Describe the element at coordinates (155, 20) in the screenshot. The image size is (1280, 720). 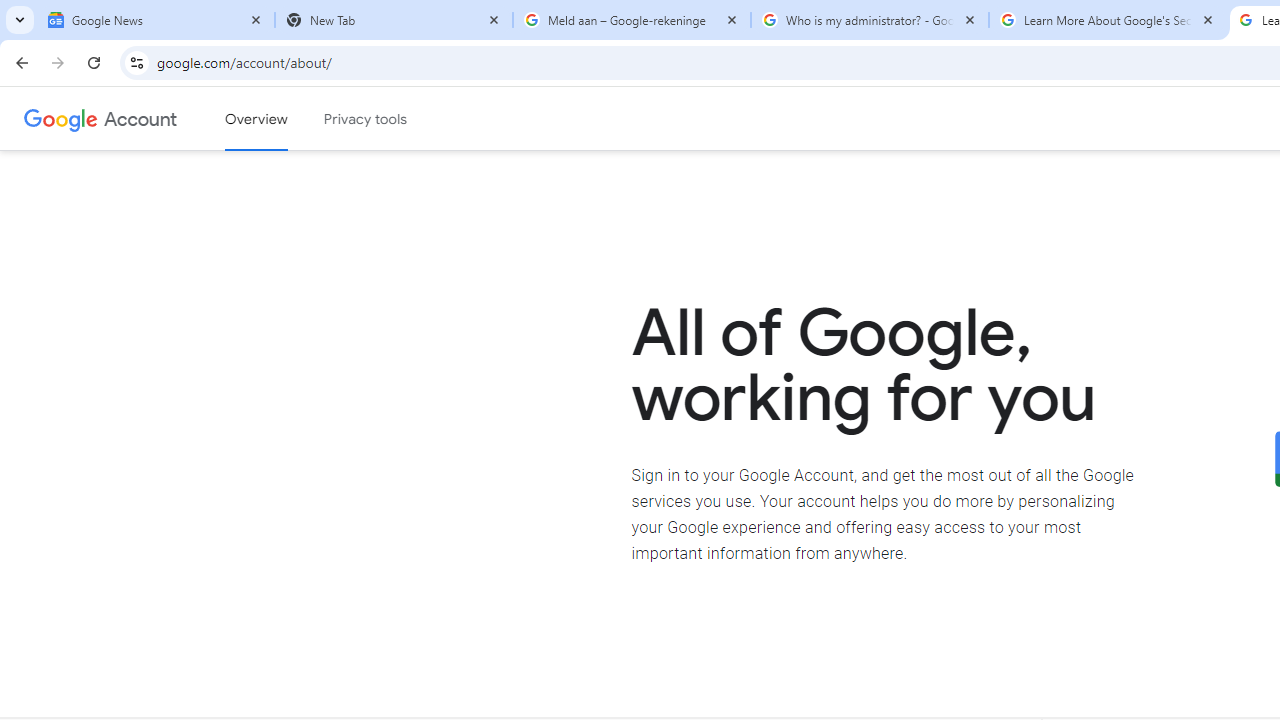
I see `'Google News'` at that location.